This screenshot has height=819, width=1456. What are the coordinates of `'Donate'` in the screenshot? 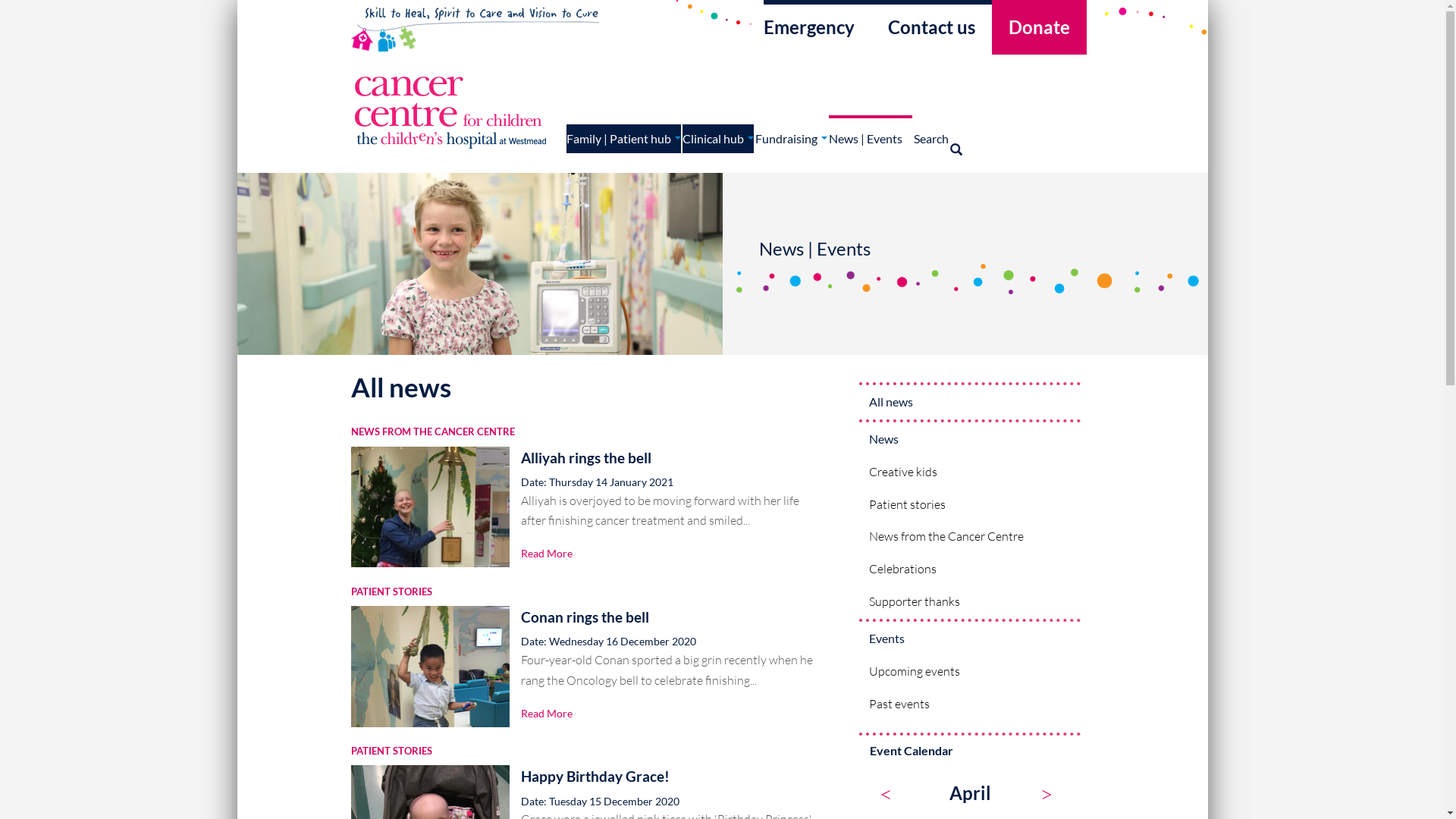 It's located at (1038, 27).